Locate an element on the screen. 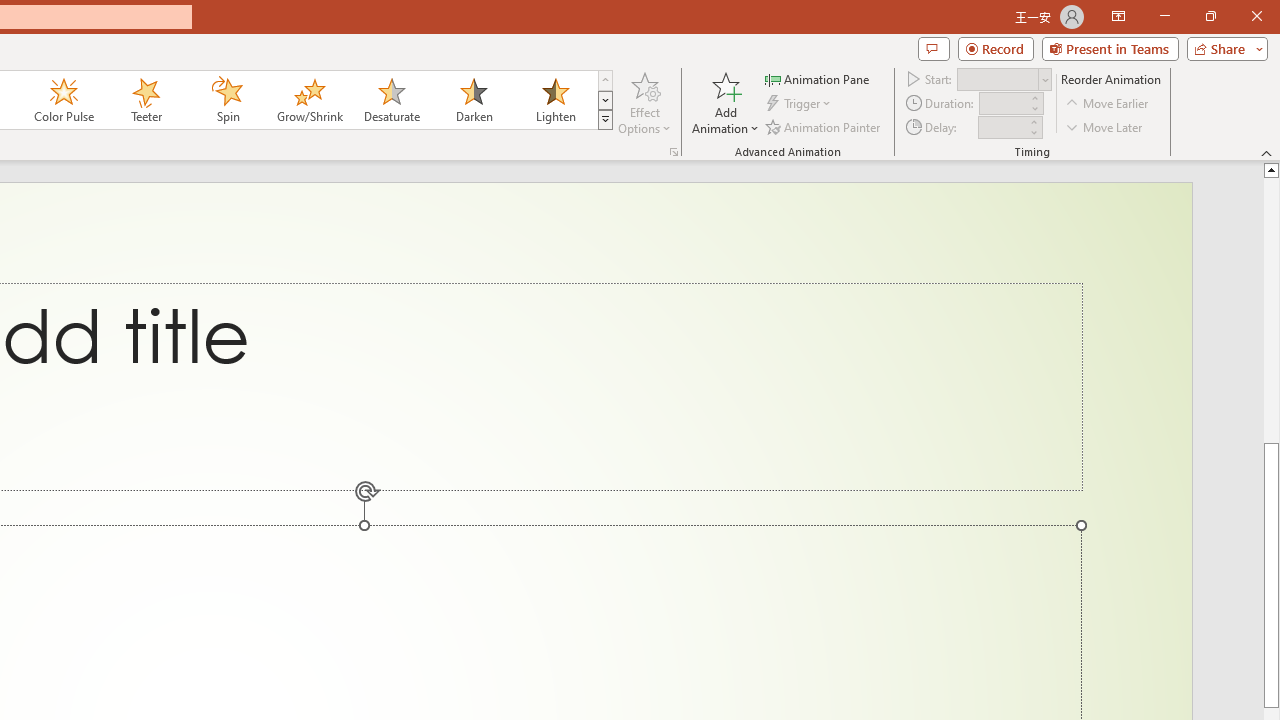 Image resolution: width=1280 pixels, height=720 pixels. 'Animation Duration' is located at coordinates (1003, 103).